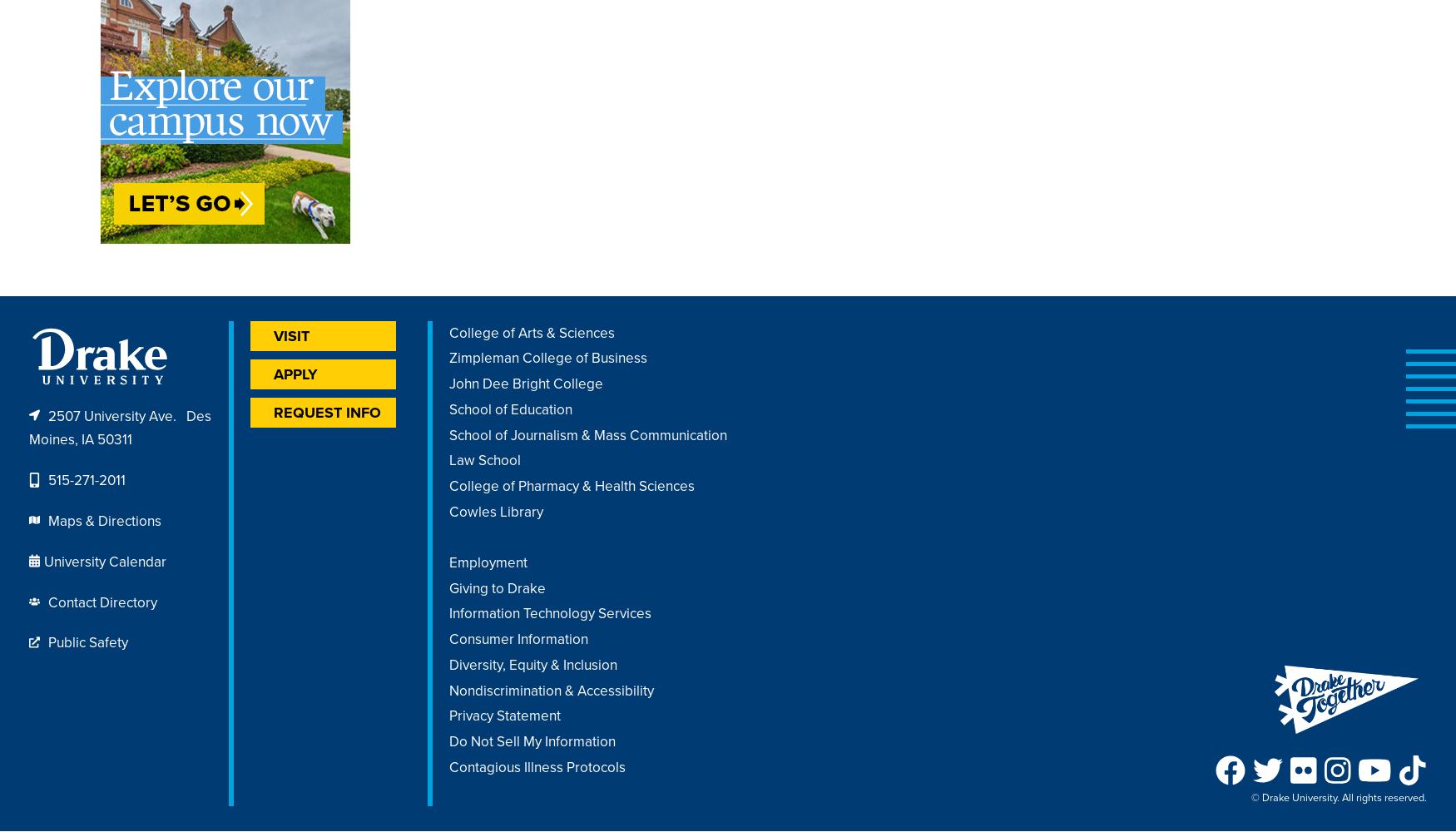  What do you see at coordinates (547, 358) in the screenshot?
I see `'Zimpleman College of Business'` at bounding box center [547, 358].